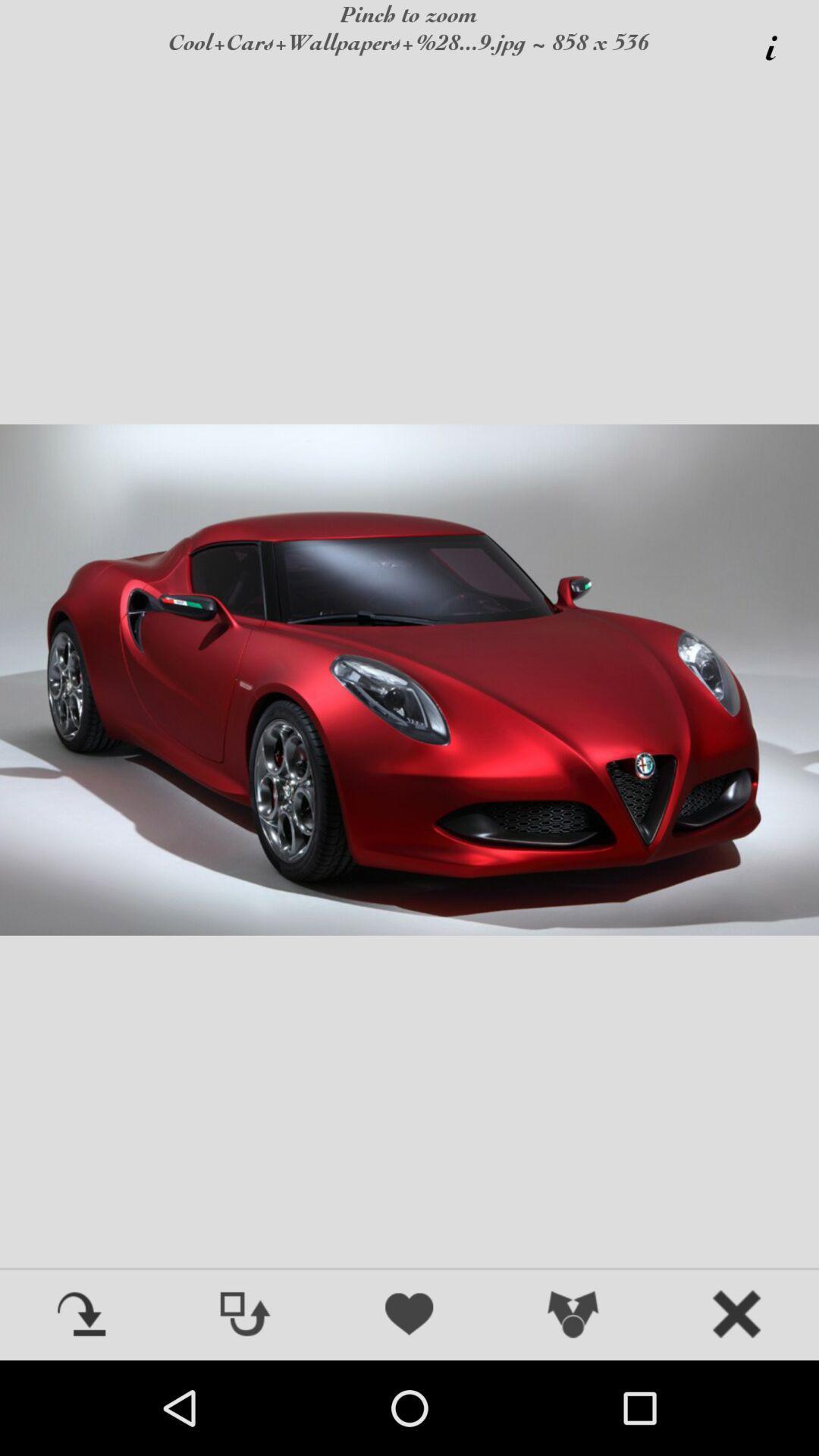 Image resolution: width=819 pixels, height=1456 pixels. What do you see at coordinates (245, 1315) in the screenshot?
I see `flip image` at bounding box center [245, 1315].